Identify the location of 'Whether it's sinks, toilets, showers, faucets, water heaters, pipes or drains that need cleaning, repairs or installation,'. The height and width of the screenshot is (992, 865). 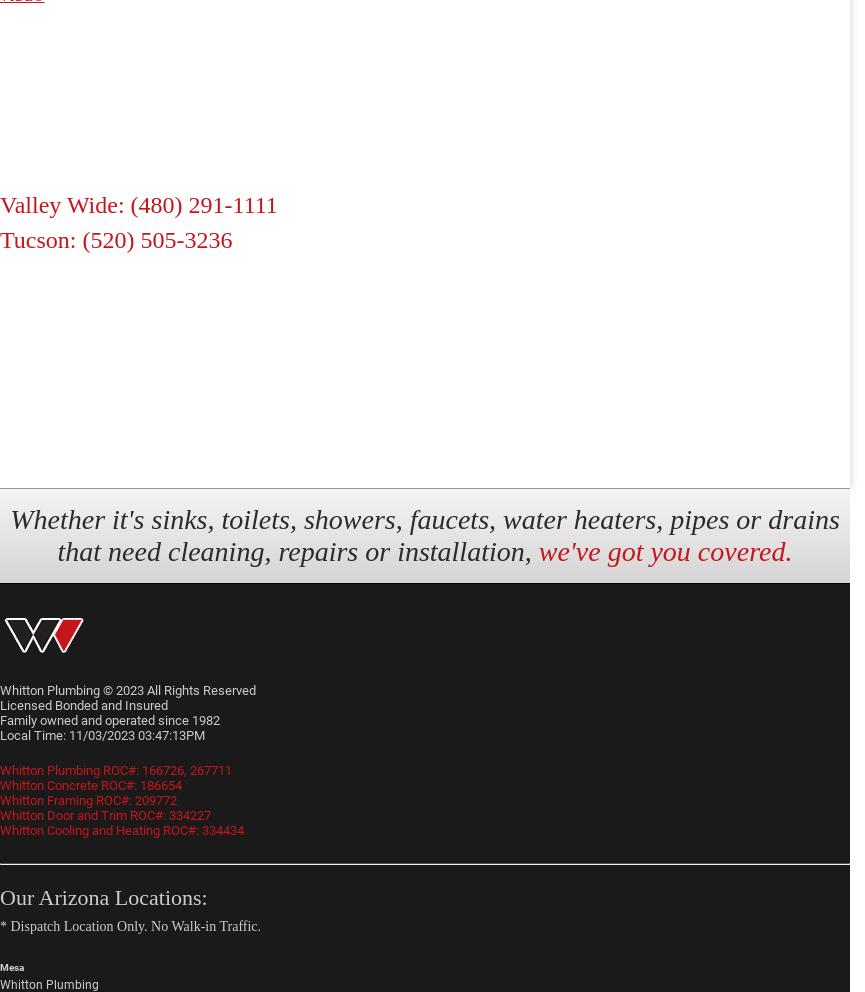
(424, 533).